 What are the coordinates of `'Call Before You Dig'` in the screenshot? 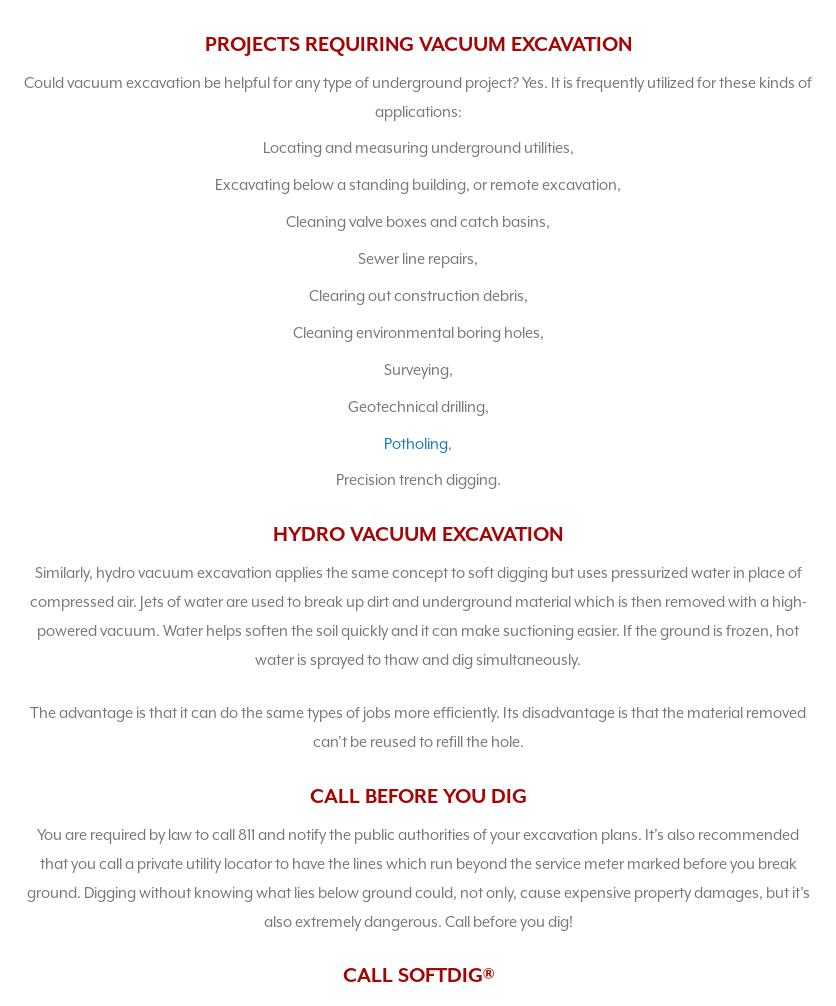 It's located at (416, 794).